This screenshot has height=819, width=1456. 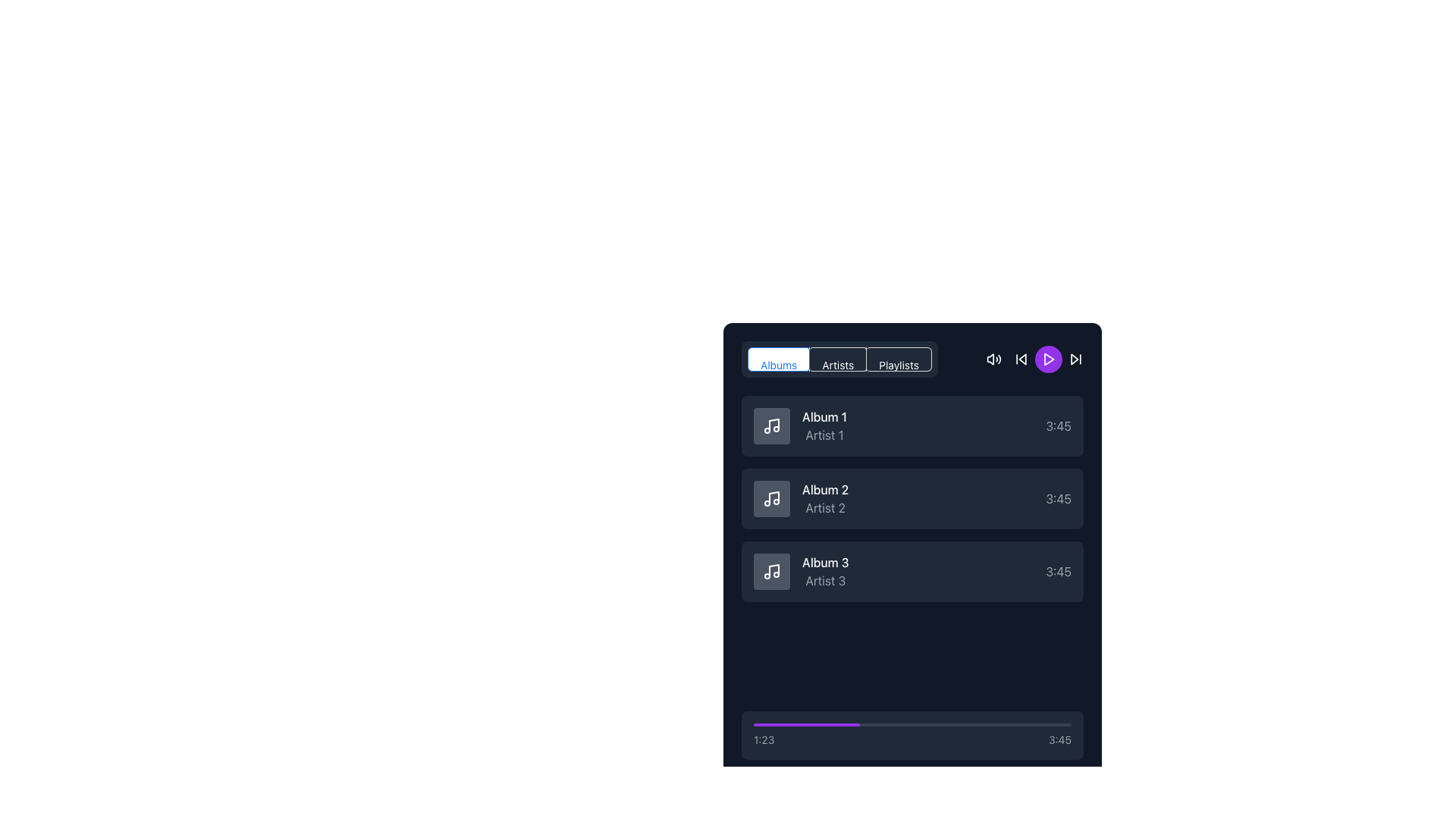 What do you see at coordinates (1010, 724) in the screenshot?
I see `playback position` at bounding box center [1010, 724].